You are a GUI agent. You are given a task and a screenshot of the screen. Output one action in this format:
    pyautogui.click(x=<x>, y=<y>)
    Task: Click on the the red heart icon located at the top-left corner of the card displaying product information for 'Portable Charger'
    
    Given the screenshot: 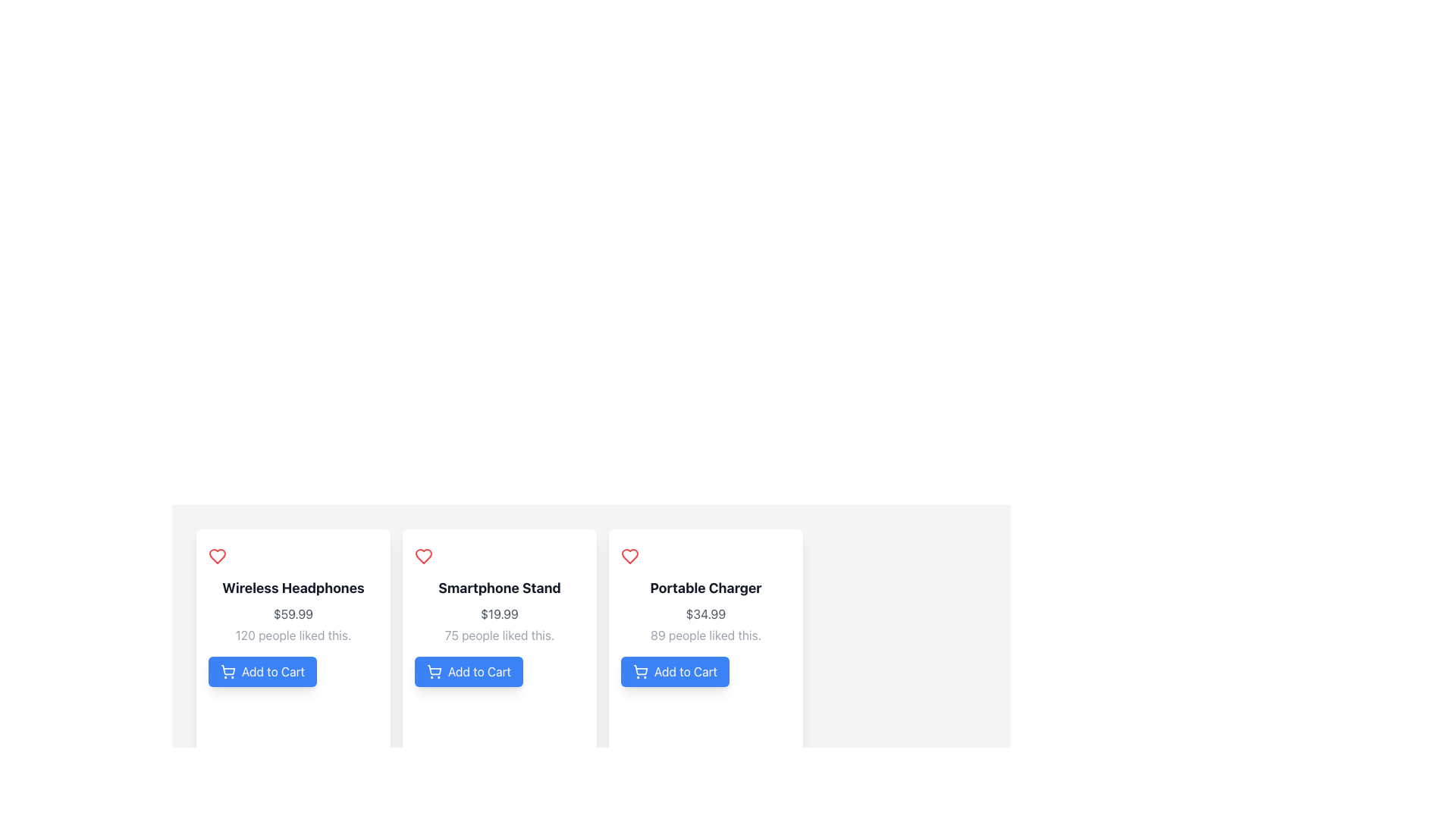 What is the action you would take?
    pyautogui.click(x=629, y=556)
    